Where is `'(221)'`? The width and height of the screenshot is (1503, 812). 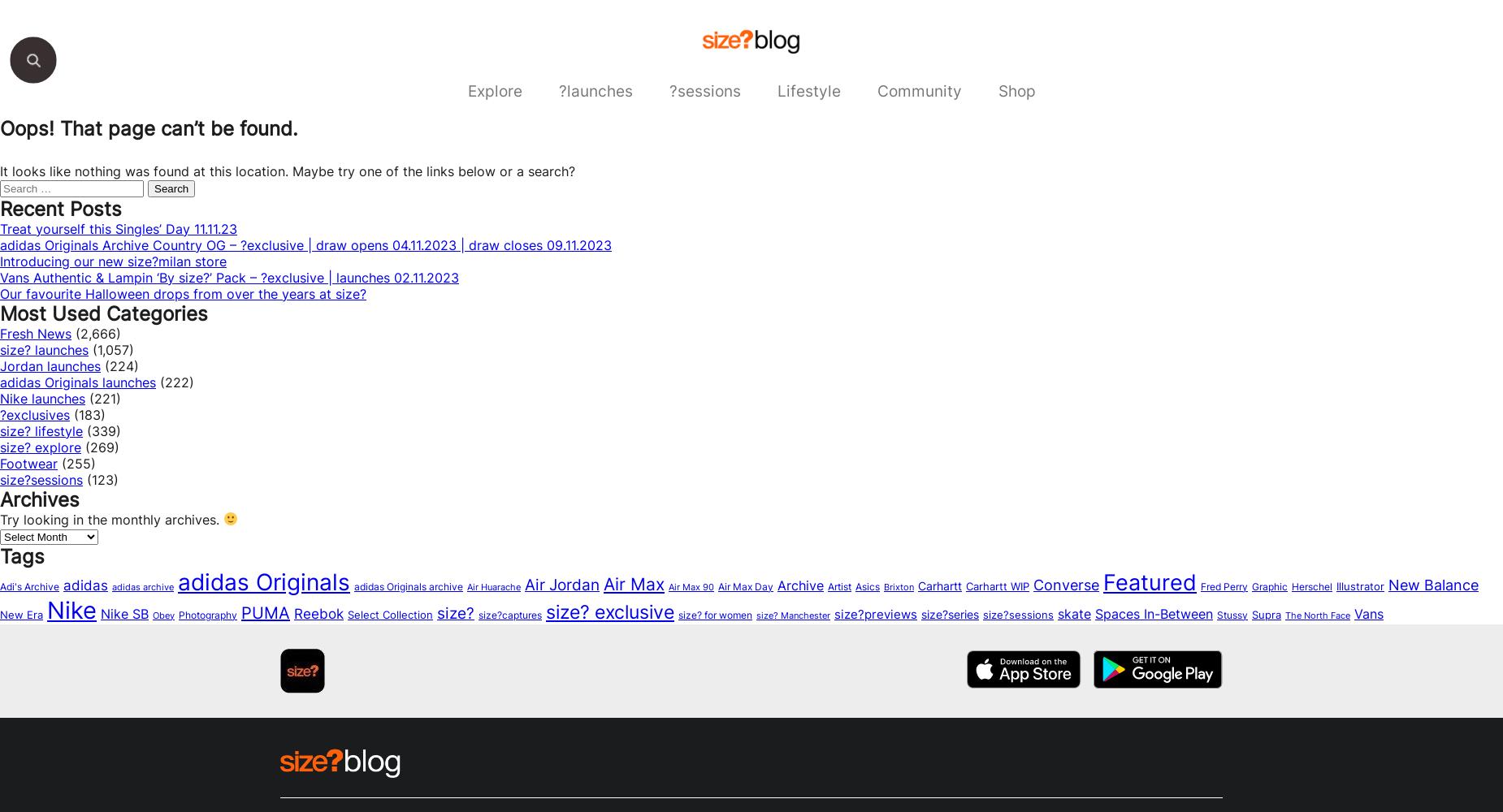
'(221)' is located at coordinates (84, 397).